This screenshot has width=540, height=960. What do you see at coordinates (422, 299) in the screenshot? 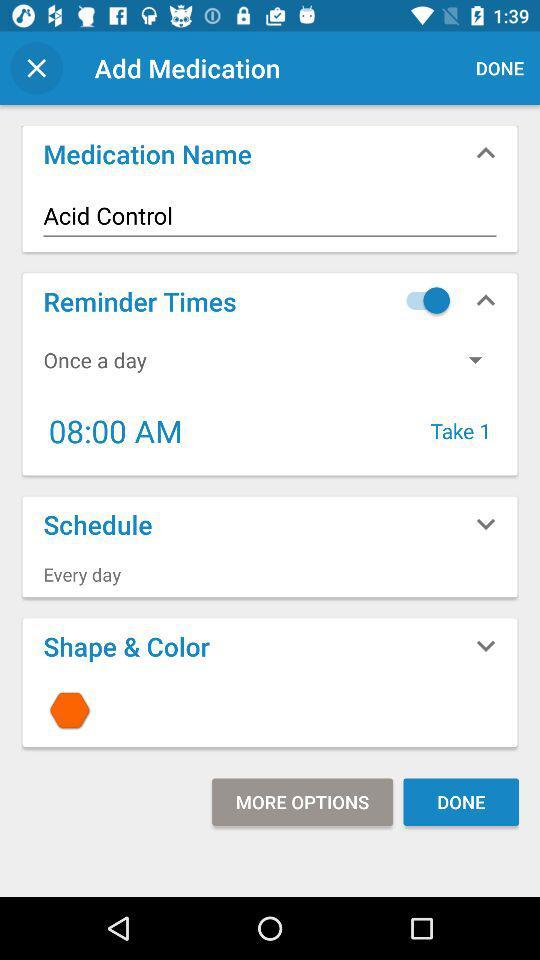
I see `alarm on or off` at bounding box center [422, 299].